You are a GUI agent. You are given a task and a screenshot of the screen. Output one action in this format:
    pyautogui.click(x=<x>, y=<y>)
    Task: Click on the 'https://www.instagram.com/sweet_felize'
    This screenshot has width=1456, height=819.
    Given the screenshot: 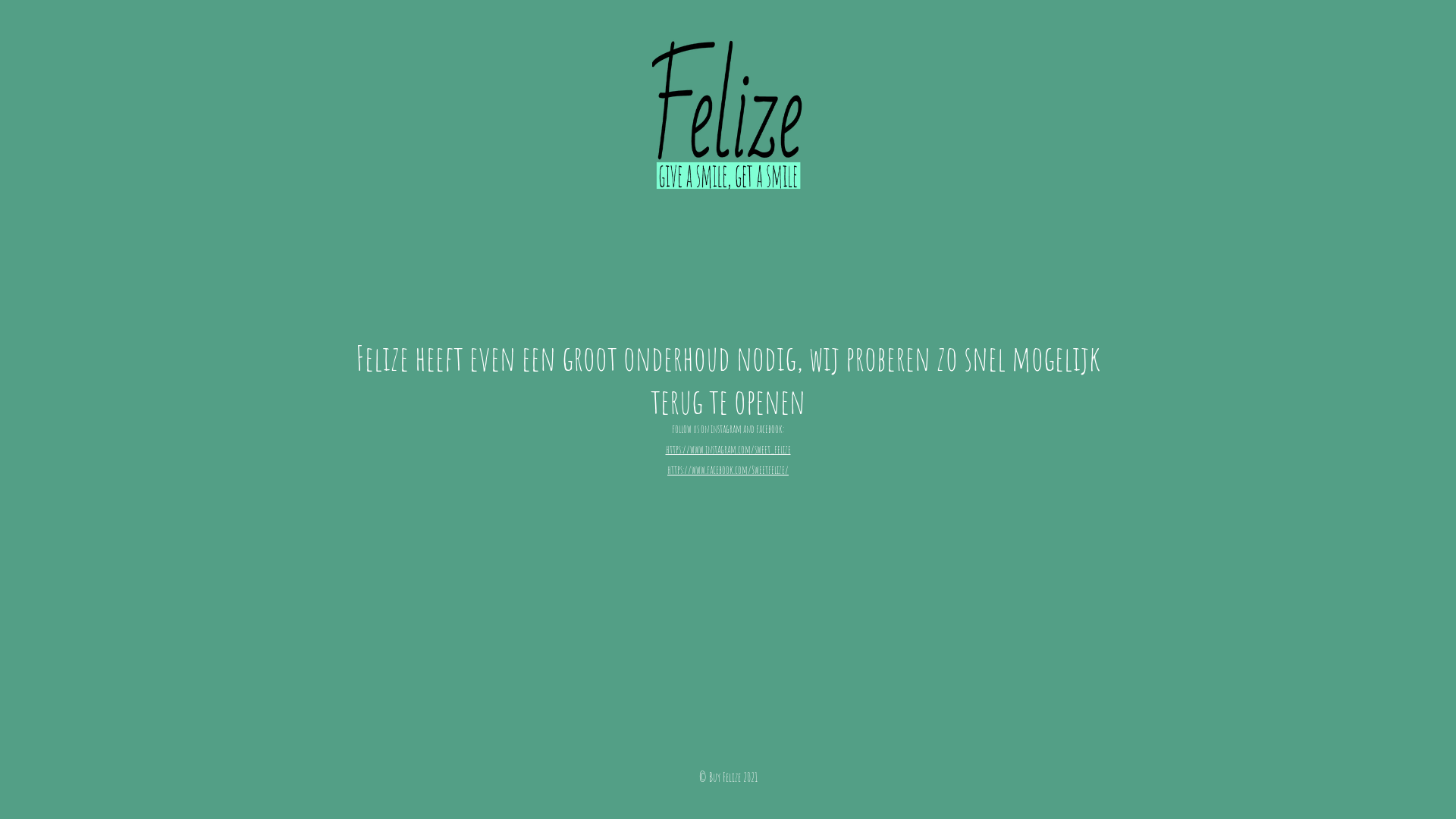 What is the action you would take?
    pyautogui.click(x=728, y=448)
    